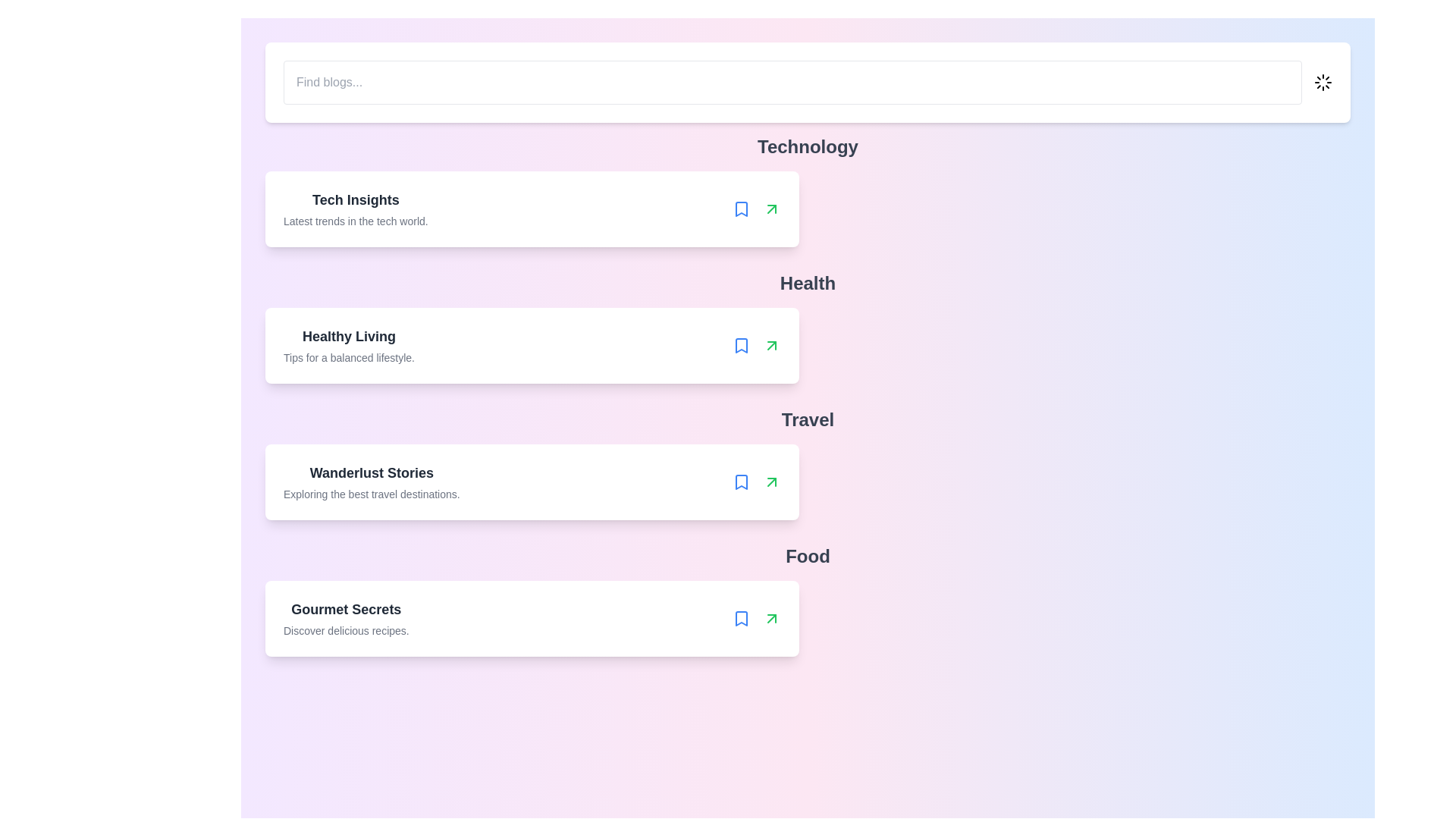  What do you see at coordinates (345, 608) in the screenshot?
I see `the Text element serving as the heading for the 'Food' section, which provides identification for the content below it` at bounding box center [345, 608].